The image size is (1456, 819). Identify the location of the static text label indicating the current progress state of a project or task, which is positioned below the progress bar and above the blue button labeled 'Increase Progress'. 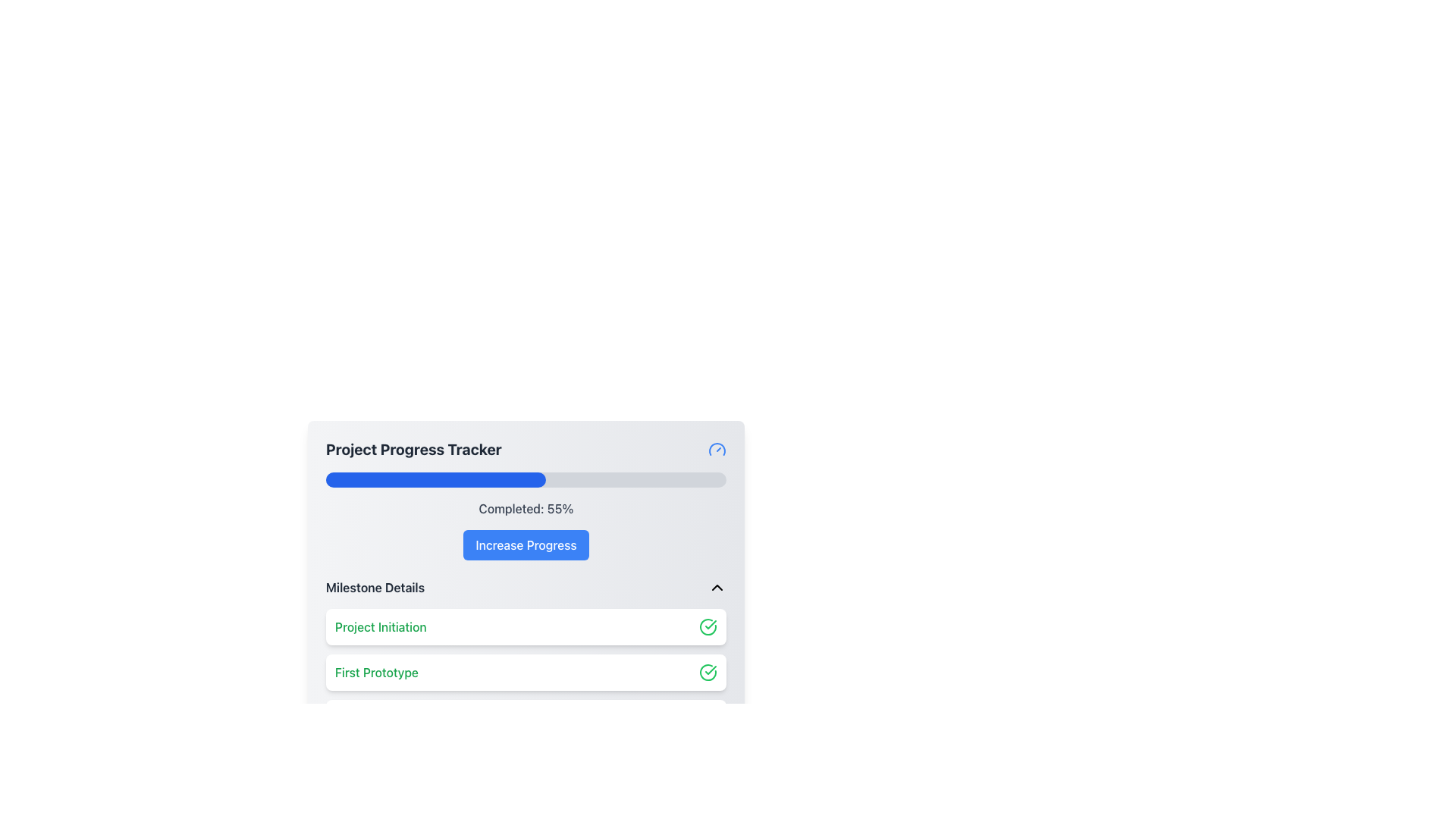
(526, 509).